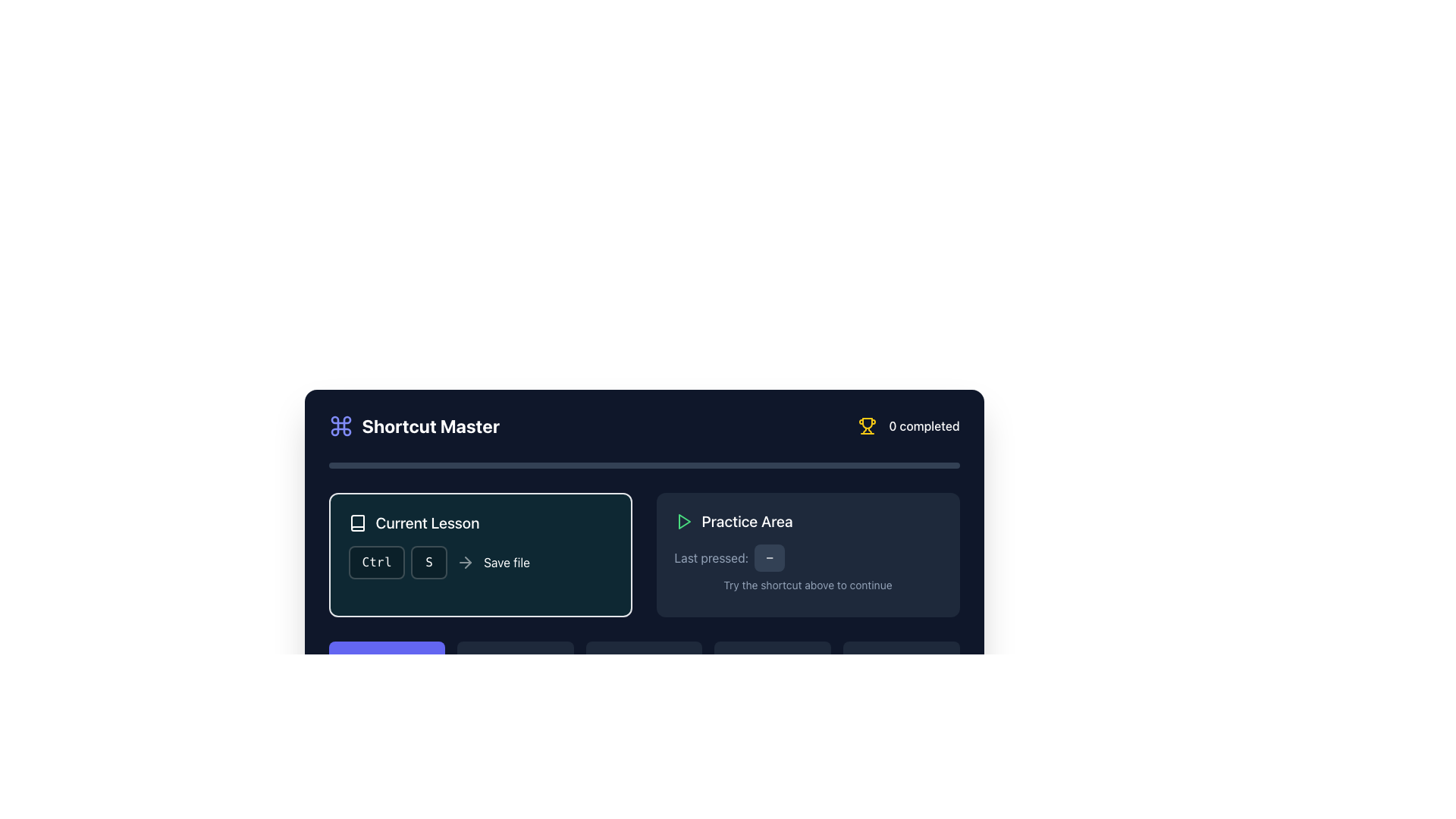 The height and width of the screenshot is (819, 1456). Describe the element at coordinates (376, 562) in the screenshot. I see `the 'Ctrl' key visual representation in the 'Current Lesson' section, located on the left side of the interface` at that location.